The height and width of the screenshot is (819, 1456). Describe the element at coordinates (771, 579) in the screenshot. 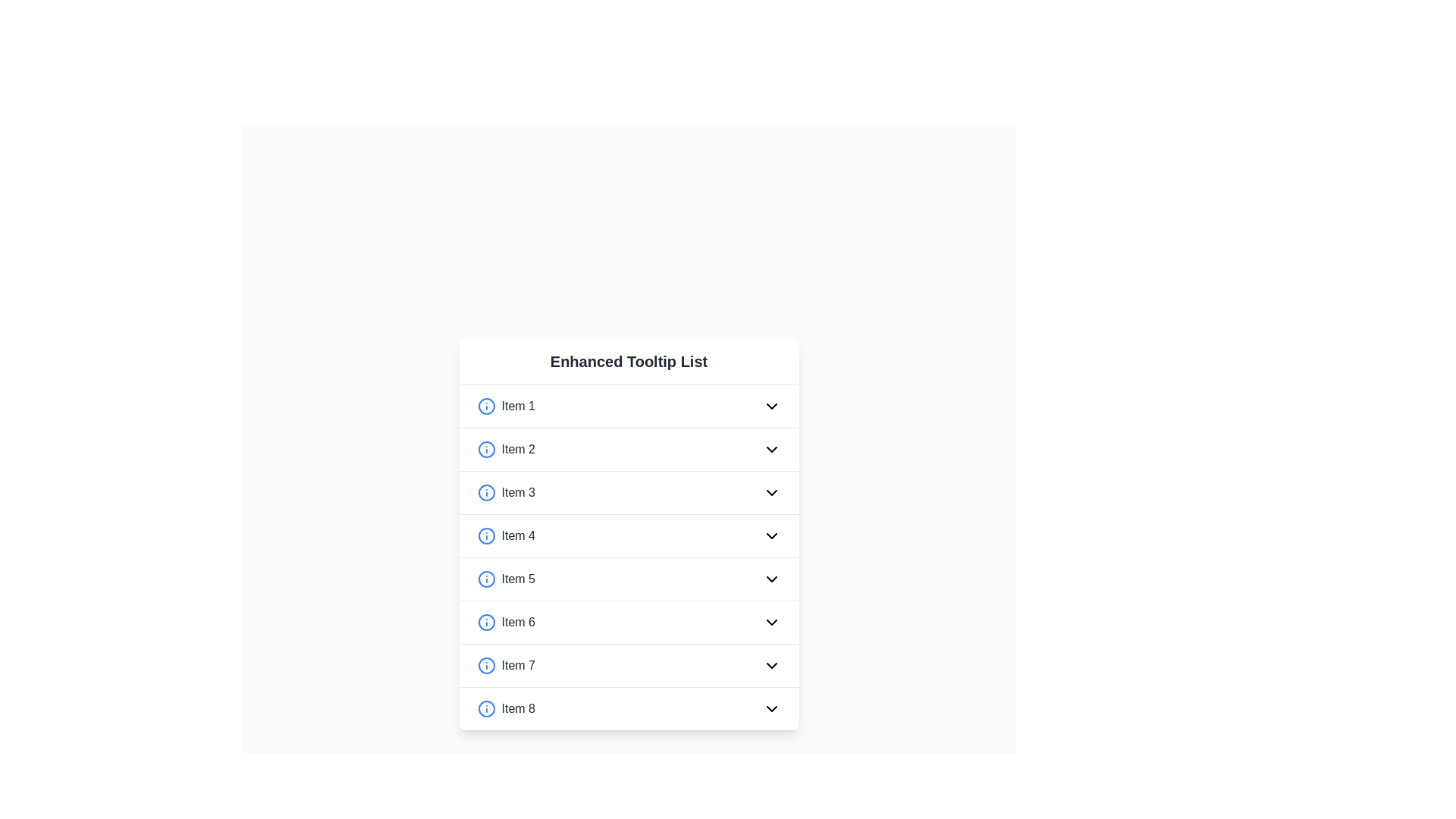

I see `the chevron icon associated with 'Item 5' to trigger additional interaction effects` at that location.